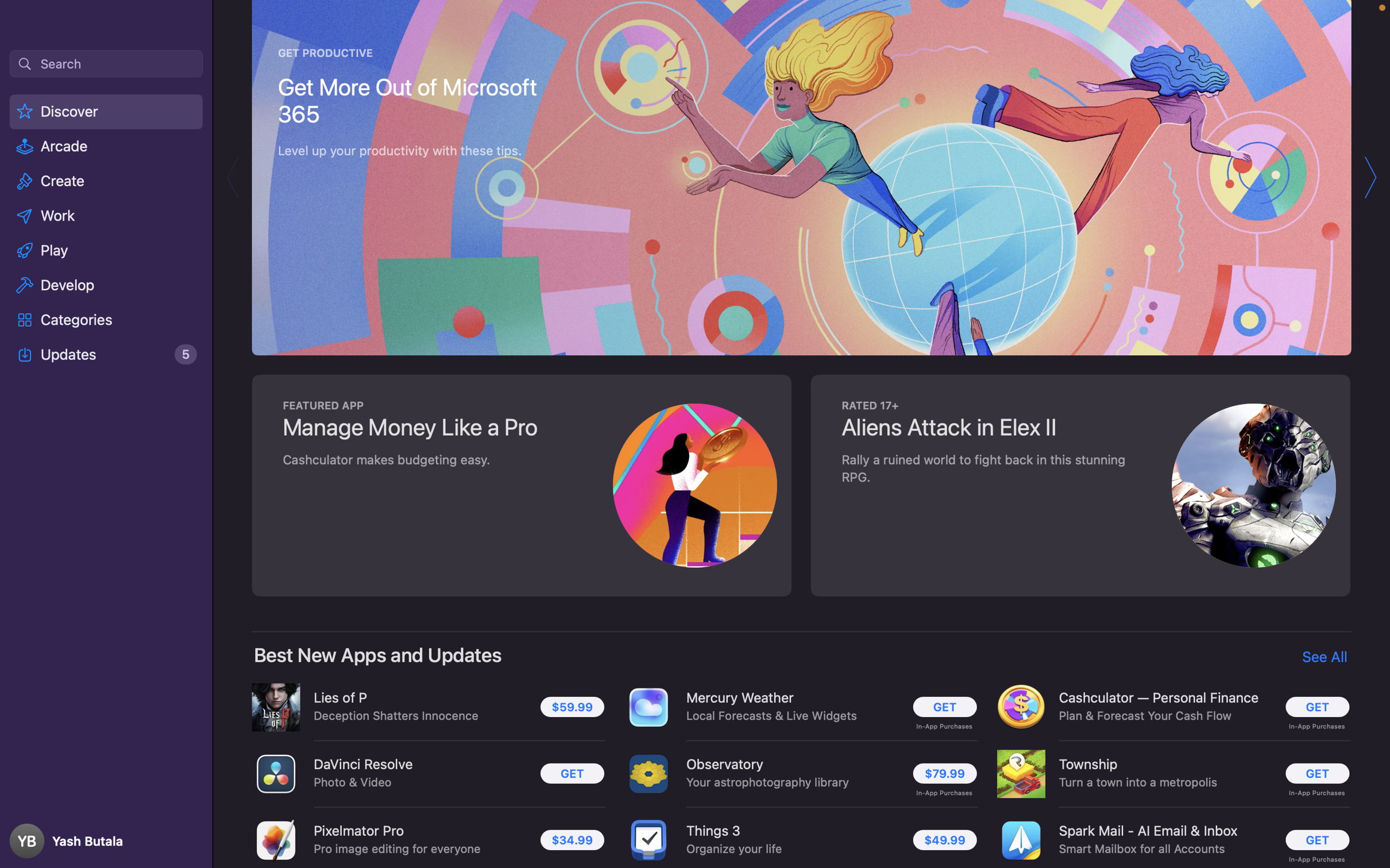 The width and height of the screenshot is (1390, 868). I want to click on the "Updates" tab, so click(106, 354).